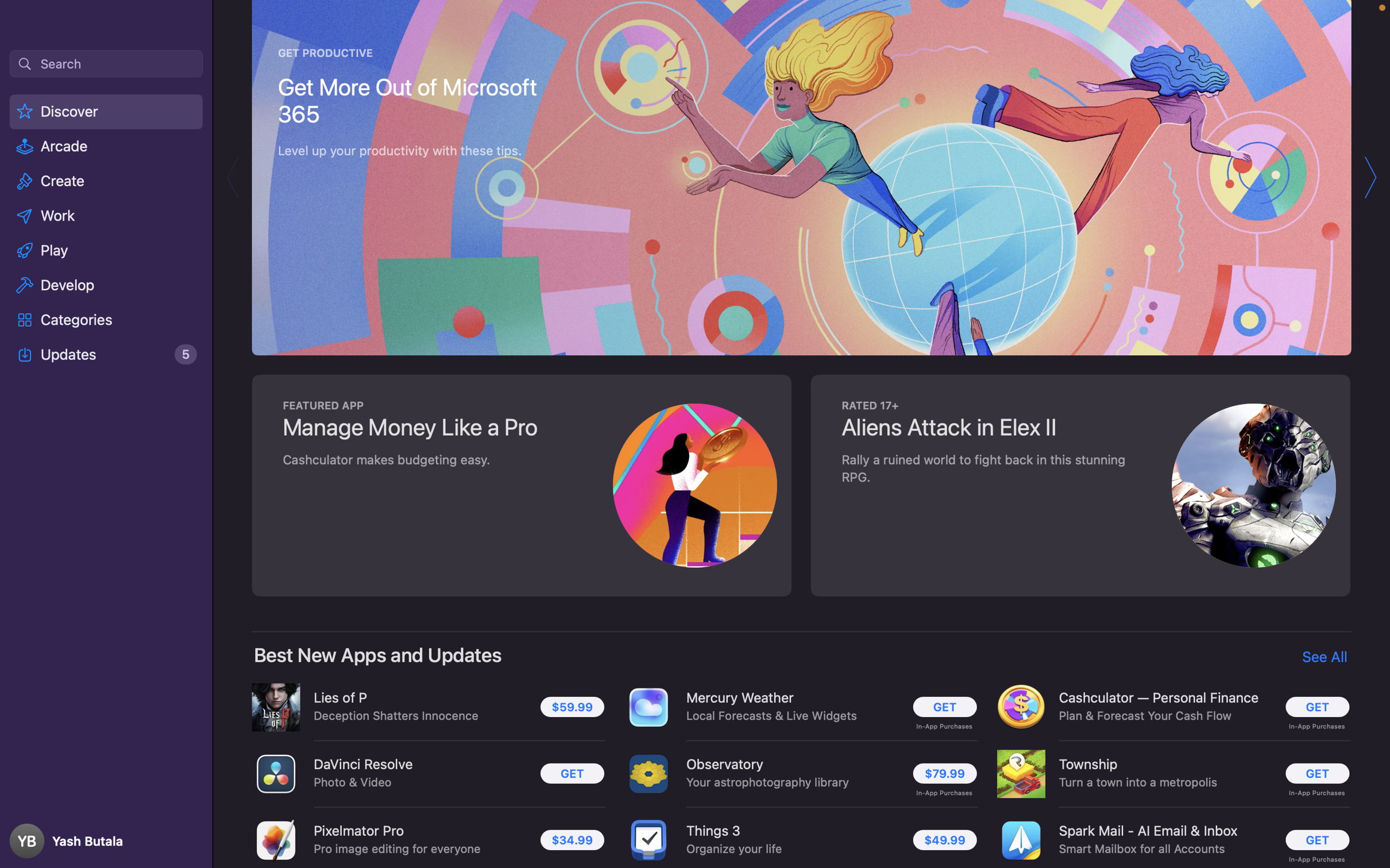 The width and height of the screenshot is (1390, 868). I want to click on the "Updates" tab, so click(106, 354).